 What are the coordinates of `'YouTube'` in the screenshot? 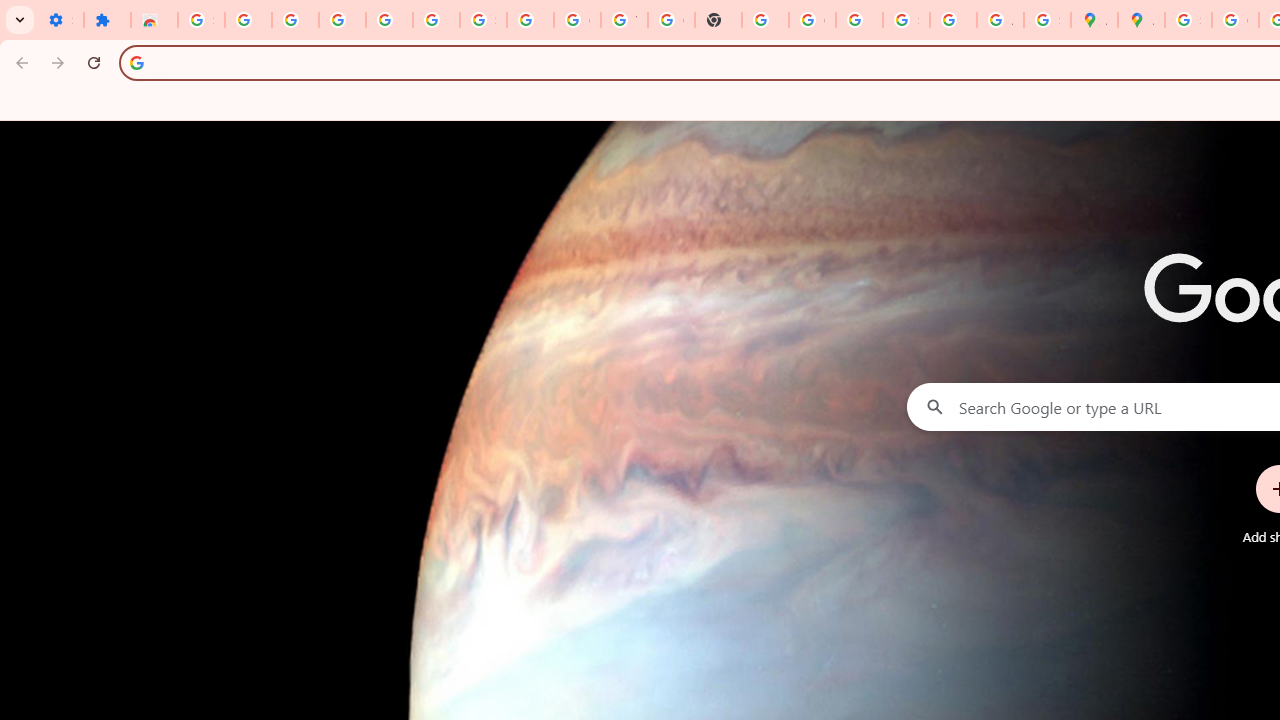 It's located at (623, 20).